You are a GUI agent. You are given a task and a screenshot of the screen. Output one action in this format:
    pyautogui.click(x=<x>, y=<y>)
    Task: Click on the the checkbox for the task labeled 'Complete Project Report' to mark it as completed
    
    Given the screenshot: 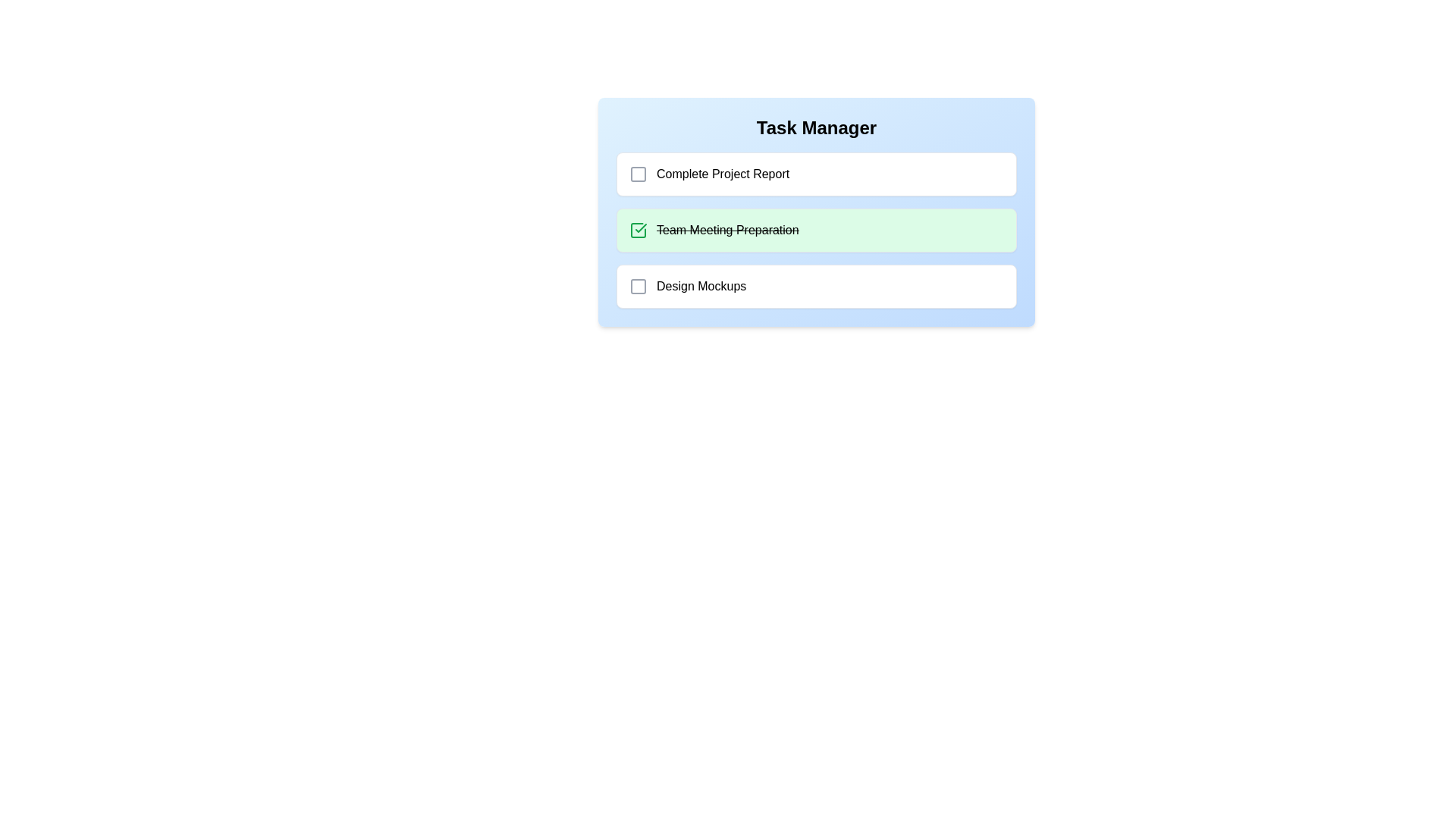 What is the action you would take?
    pyautogui.click(x=815, y=174)
    